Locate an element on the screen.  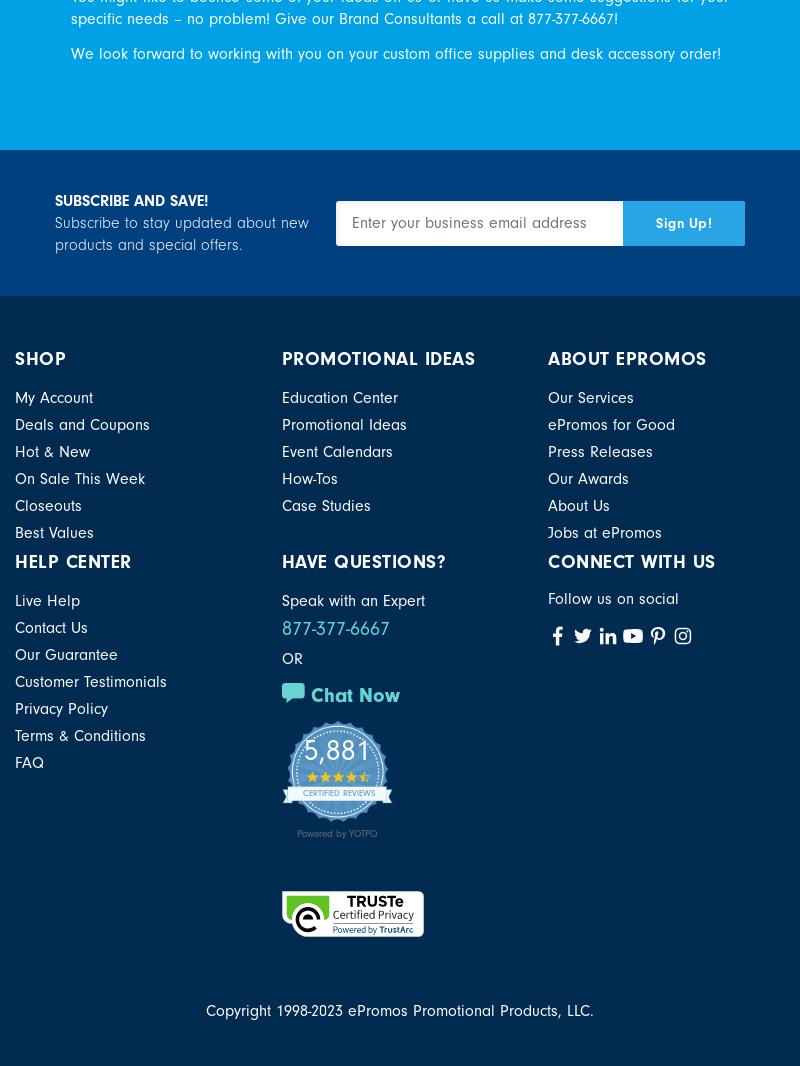
'Terms & Conditions' is located at coordinates (80, 734).